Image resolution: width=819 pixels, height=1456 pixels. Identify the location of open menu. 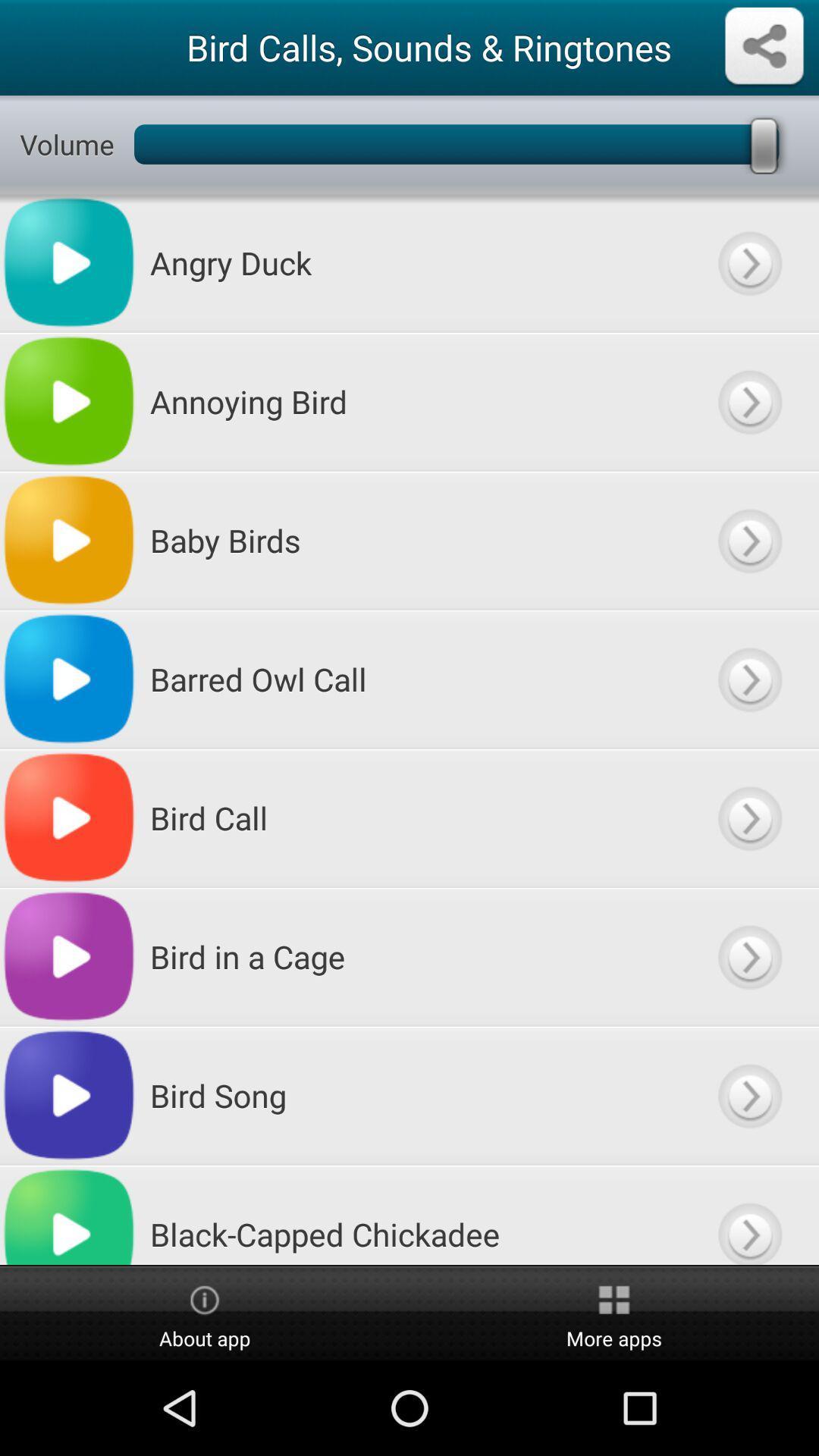
(748, 1215).